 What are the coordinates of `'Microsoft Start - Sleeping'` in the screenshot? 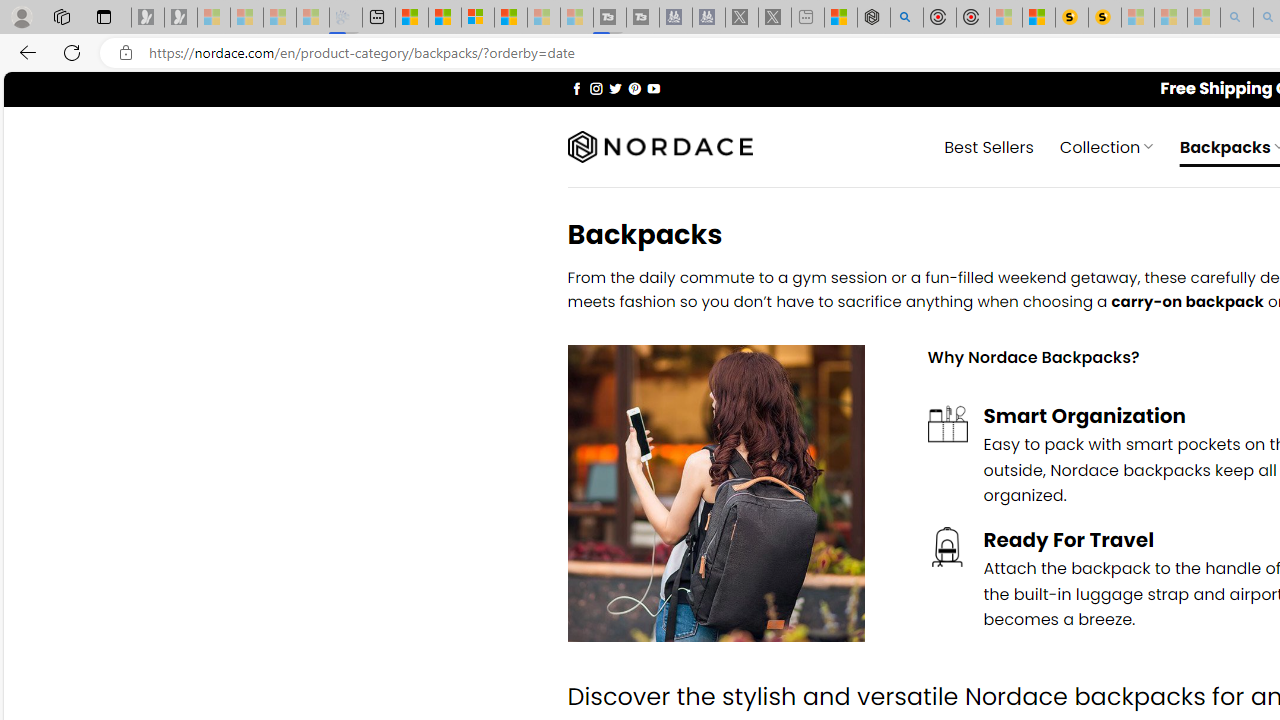 It's located at (544, 17).